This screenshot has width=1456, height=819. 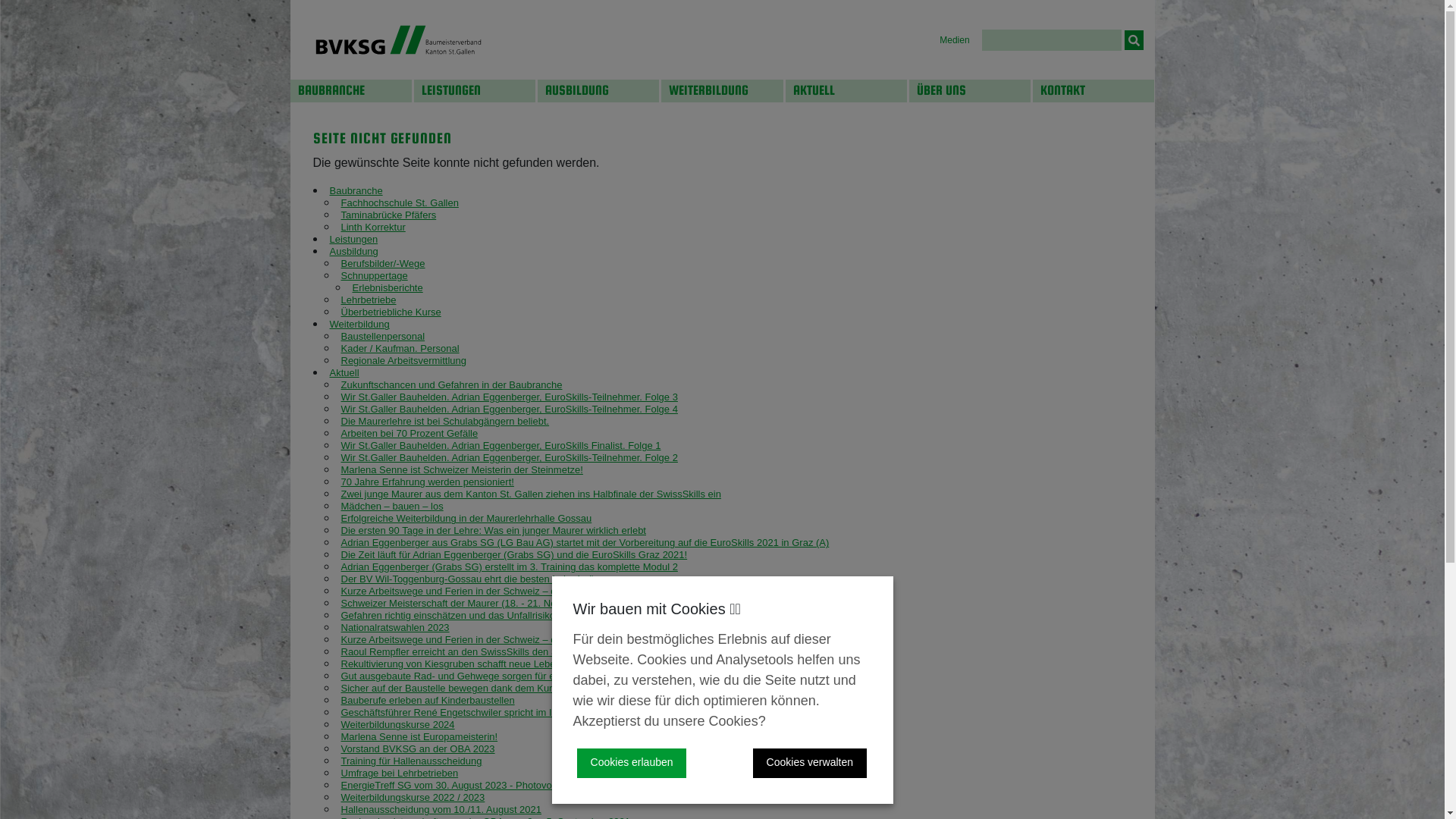 What do you see at coordinates (418, 748) in the screenshot?
I see `'Vorstand BVKSG an der OBA 2023'` at bounding box center [418, 748].